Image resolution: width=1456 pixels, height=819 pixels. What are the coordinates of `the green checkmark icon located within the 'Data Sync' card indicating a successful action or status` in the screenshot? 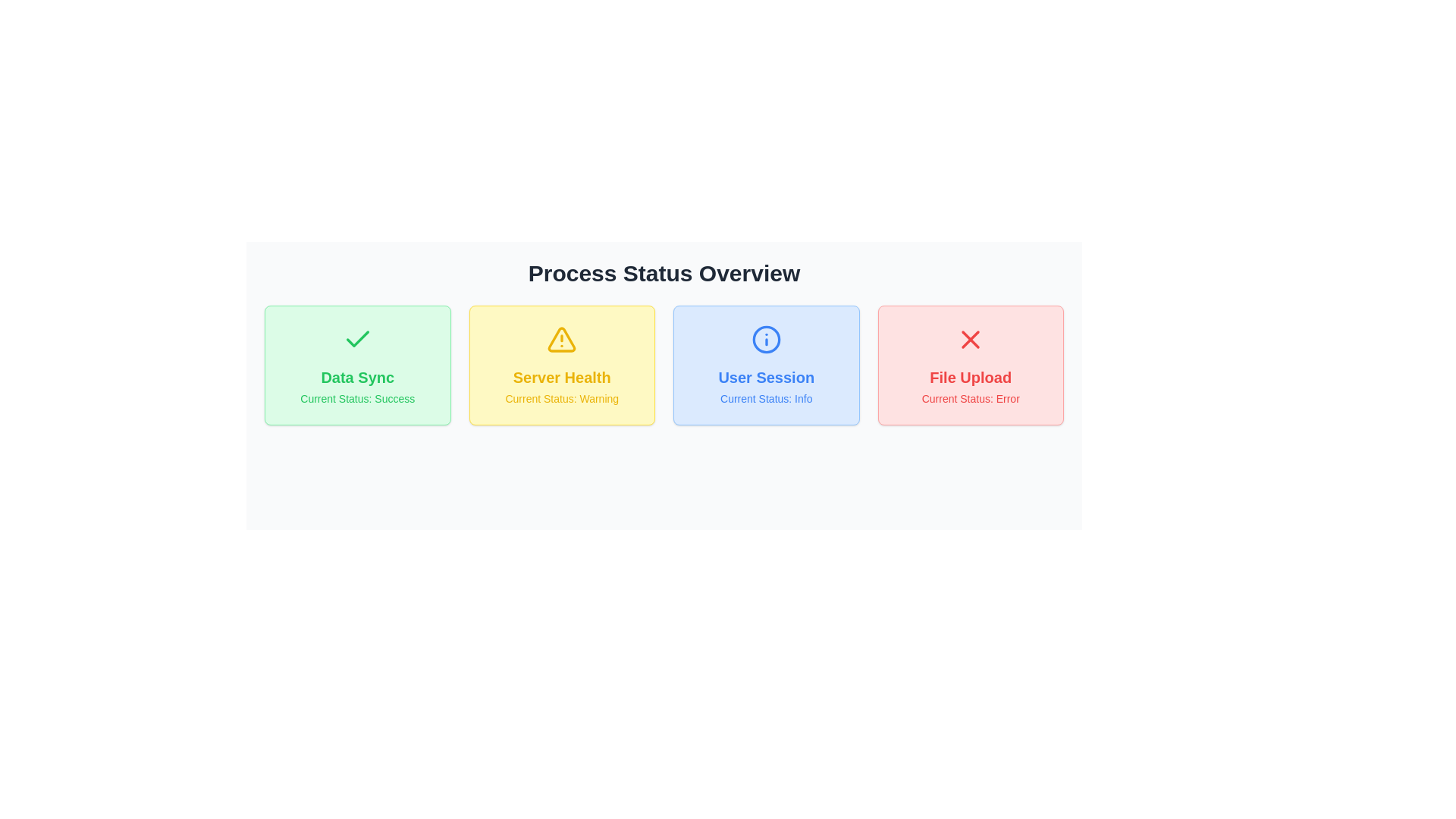 It's located at (356, 338).